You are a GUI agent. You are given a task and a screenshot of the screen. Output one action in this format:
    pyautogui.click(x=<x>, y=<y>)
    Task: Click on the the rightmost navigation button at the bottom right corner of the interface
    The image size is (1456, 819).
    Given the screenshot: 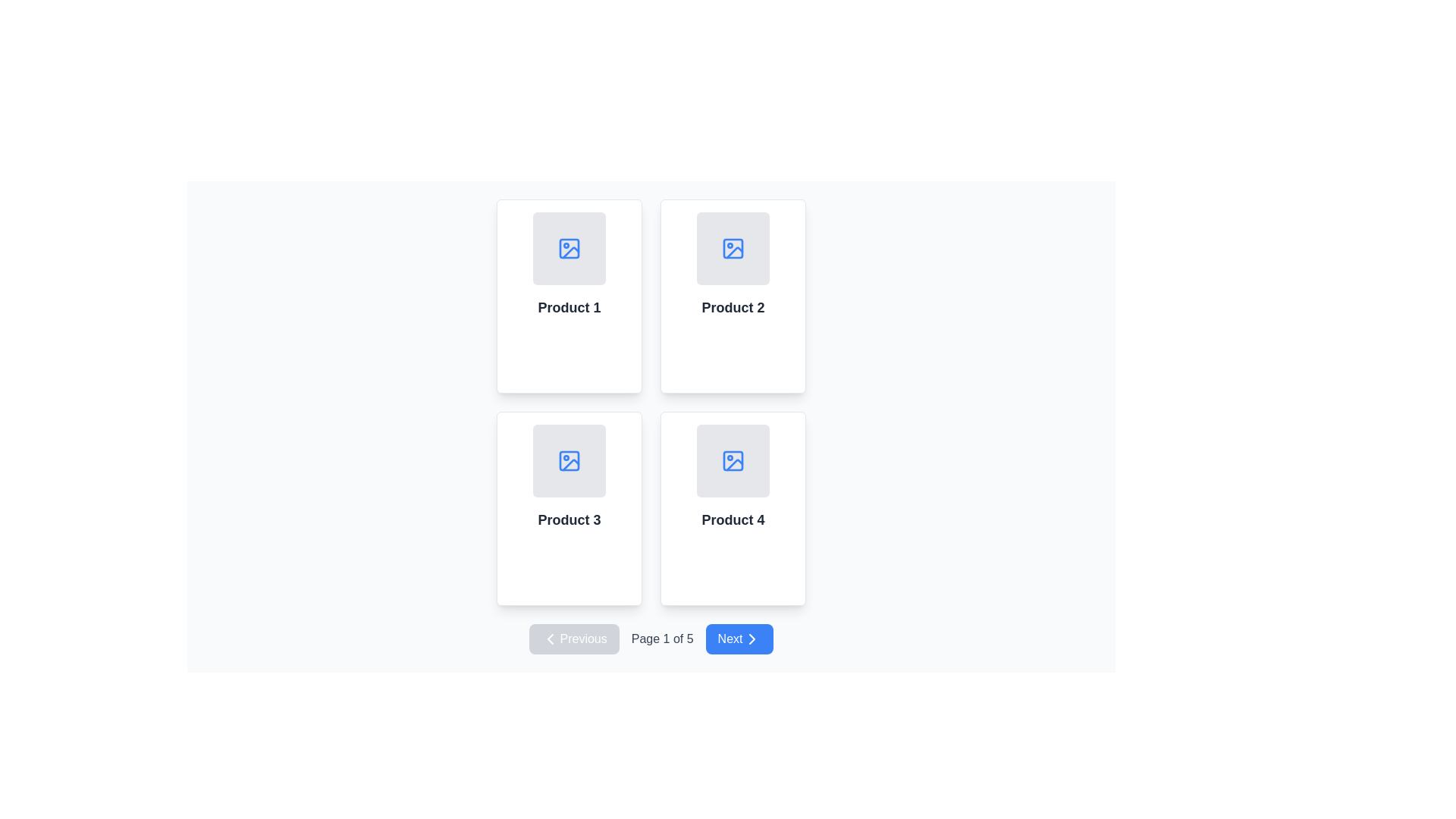 What is the action you would take?
    pyautogui.click(x=739, y=639)
    